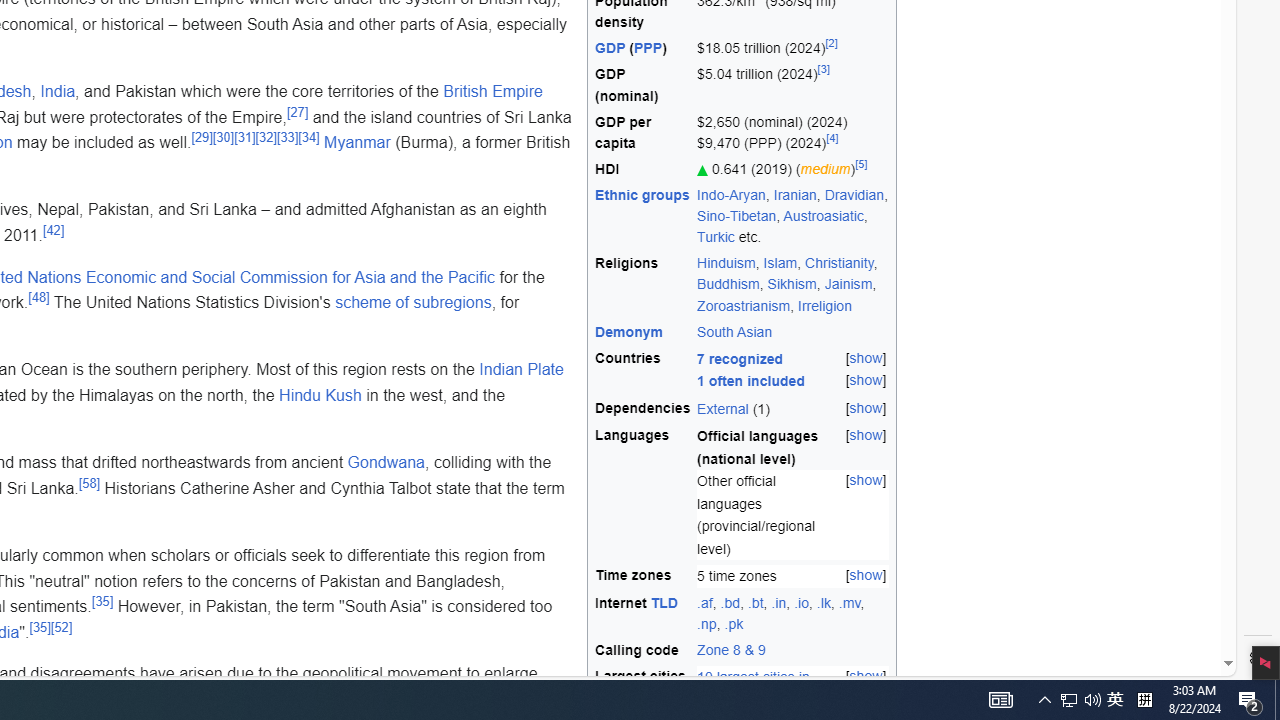 The image size is (1280, 720). What do you see at coordinates (790, 284) in the screenshot?
I see `'Sikhism'` at bounding box center [790, 284].